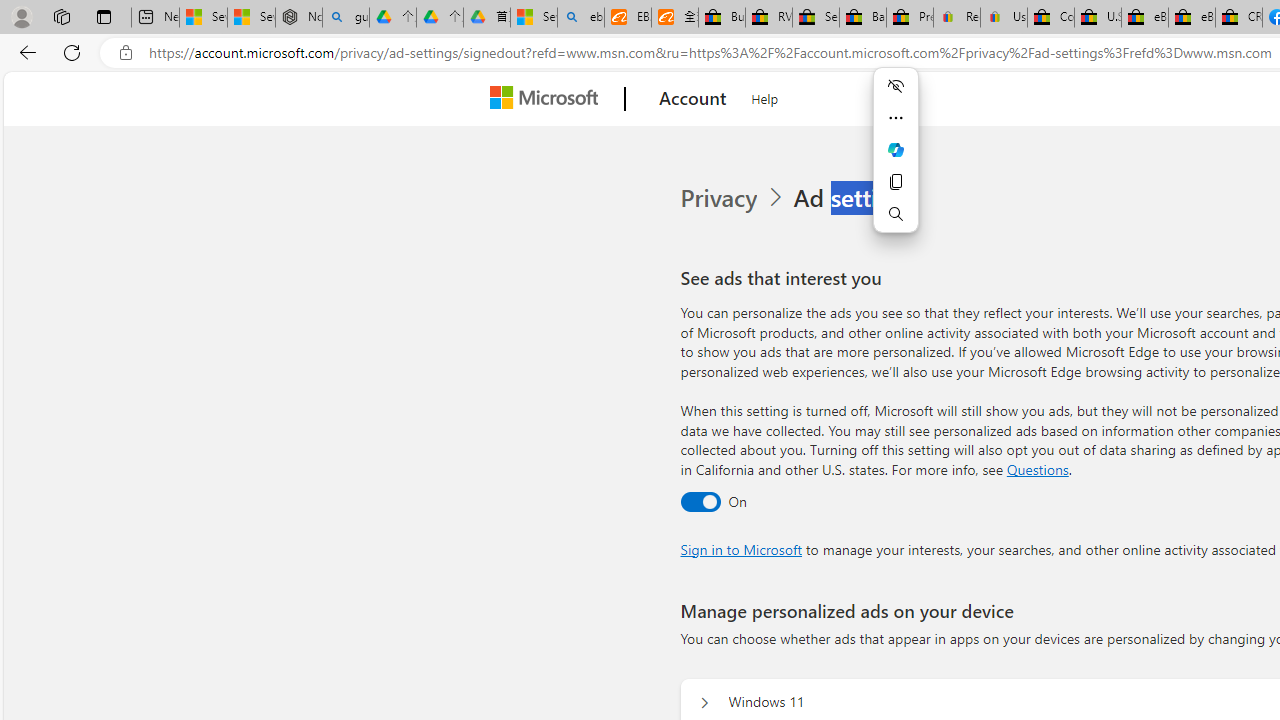 Image resolution: width=1280 pixels, height=720 pixels. What do you see at coordinates (764, 96) in the screenshot?
I see `'Help'` at bounding box center [764, 96].